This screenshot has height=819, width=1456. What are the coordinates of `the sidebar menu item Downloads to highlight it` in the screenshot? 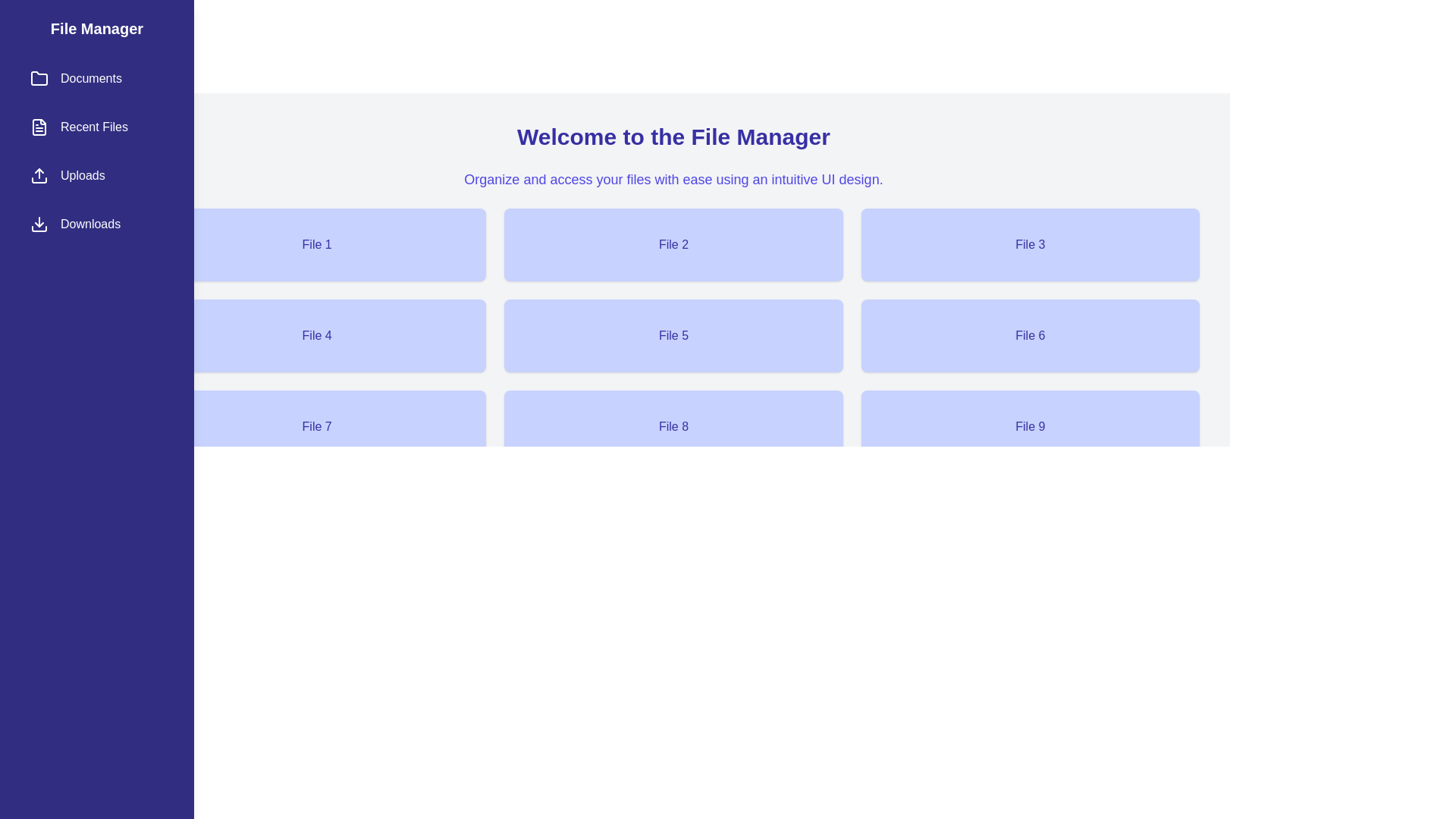 It's located at (96, 224).